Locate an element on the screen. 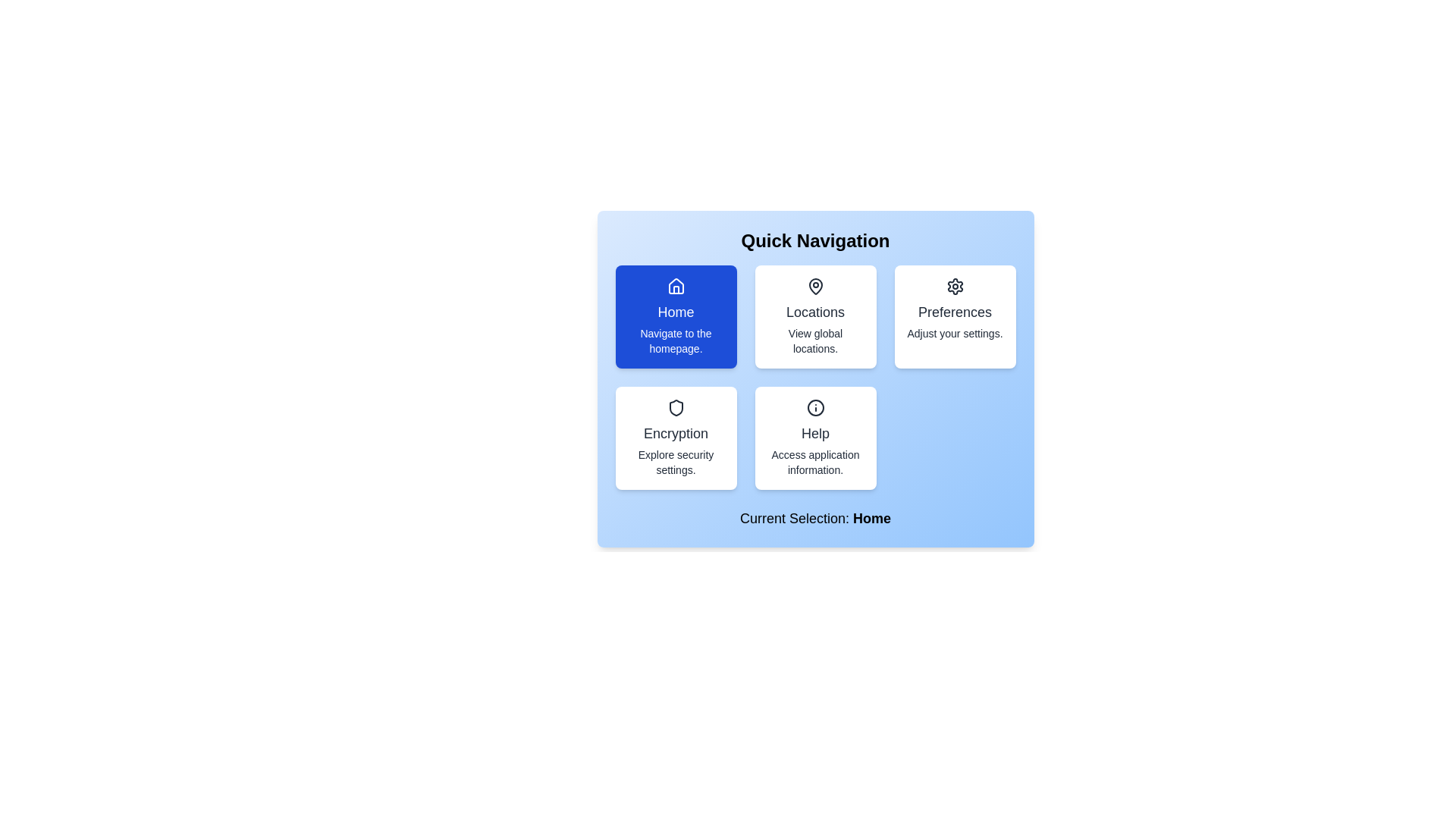 Image resolution: width=1456 pixels, height=819 pixels. the navigation option Preferences is located at coordinates (954, 315).